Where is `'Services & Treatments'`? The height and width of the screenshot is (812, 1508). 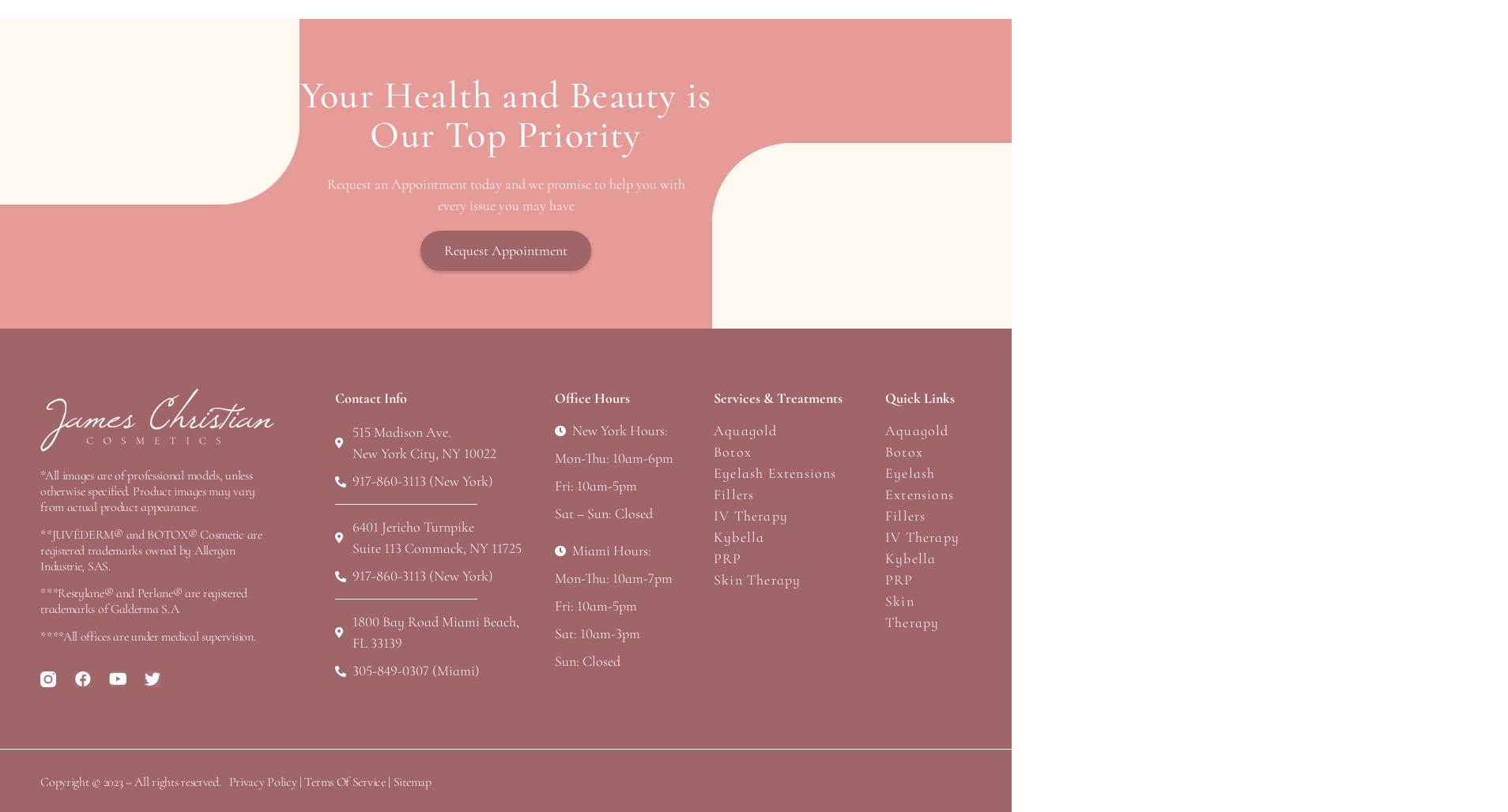
'Services & Treatments' is located at coordinates (777, 397).